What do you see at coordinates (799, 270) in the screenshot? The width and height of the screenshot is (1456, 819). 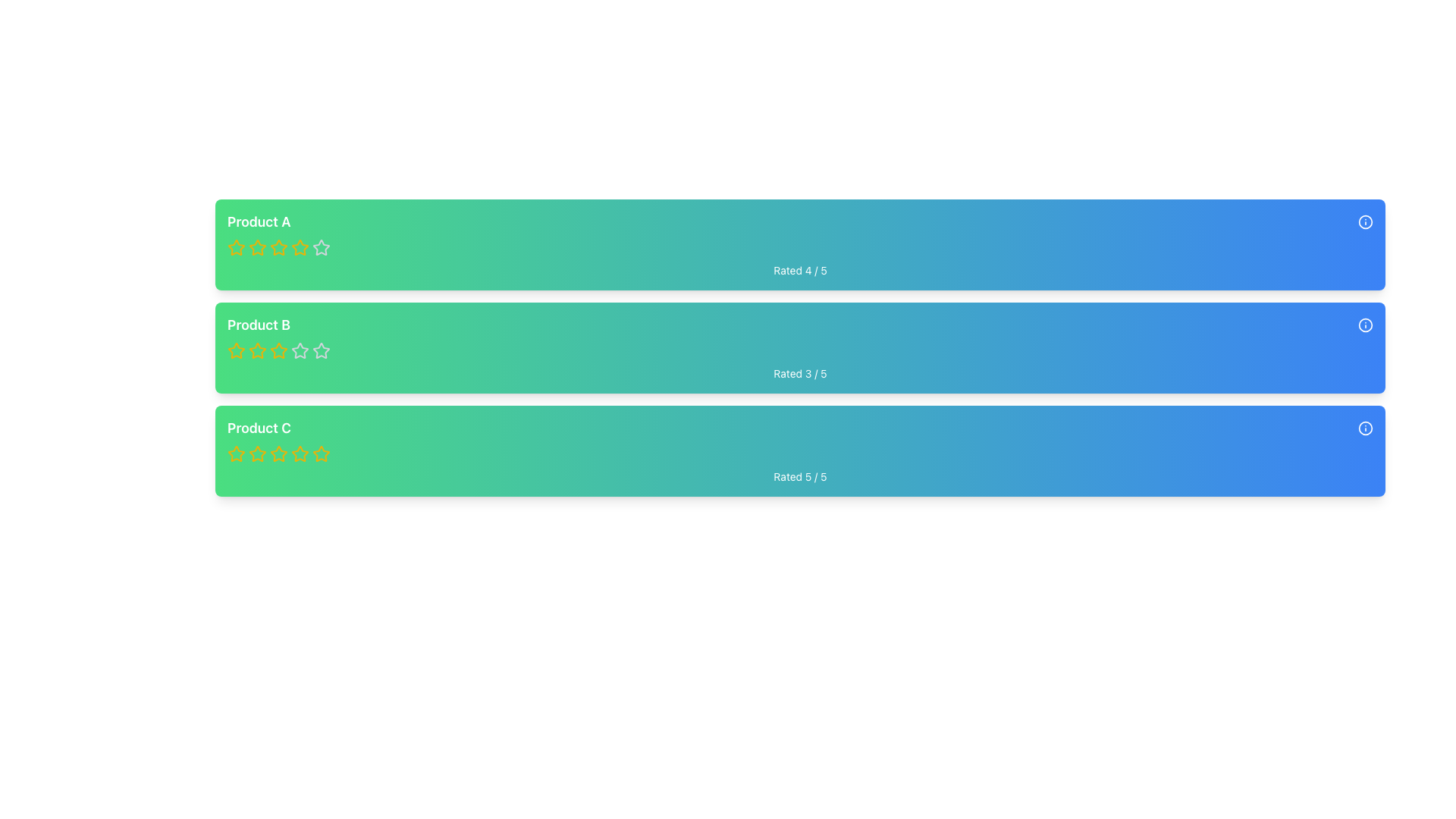 I see `the text label displaying the average rating for 'Product A', which is located below the 5-star rating representation` at bounding box center [799, 270].